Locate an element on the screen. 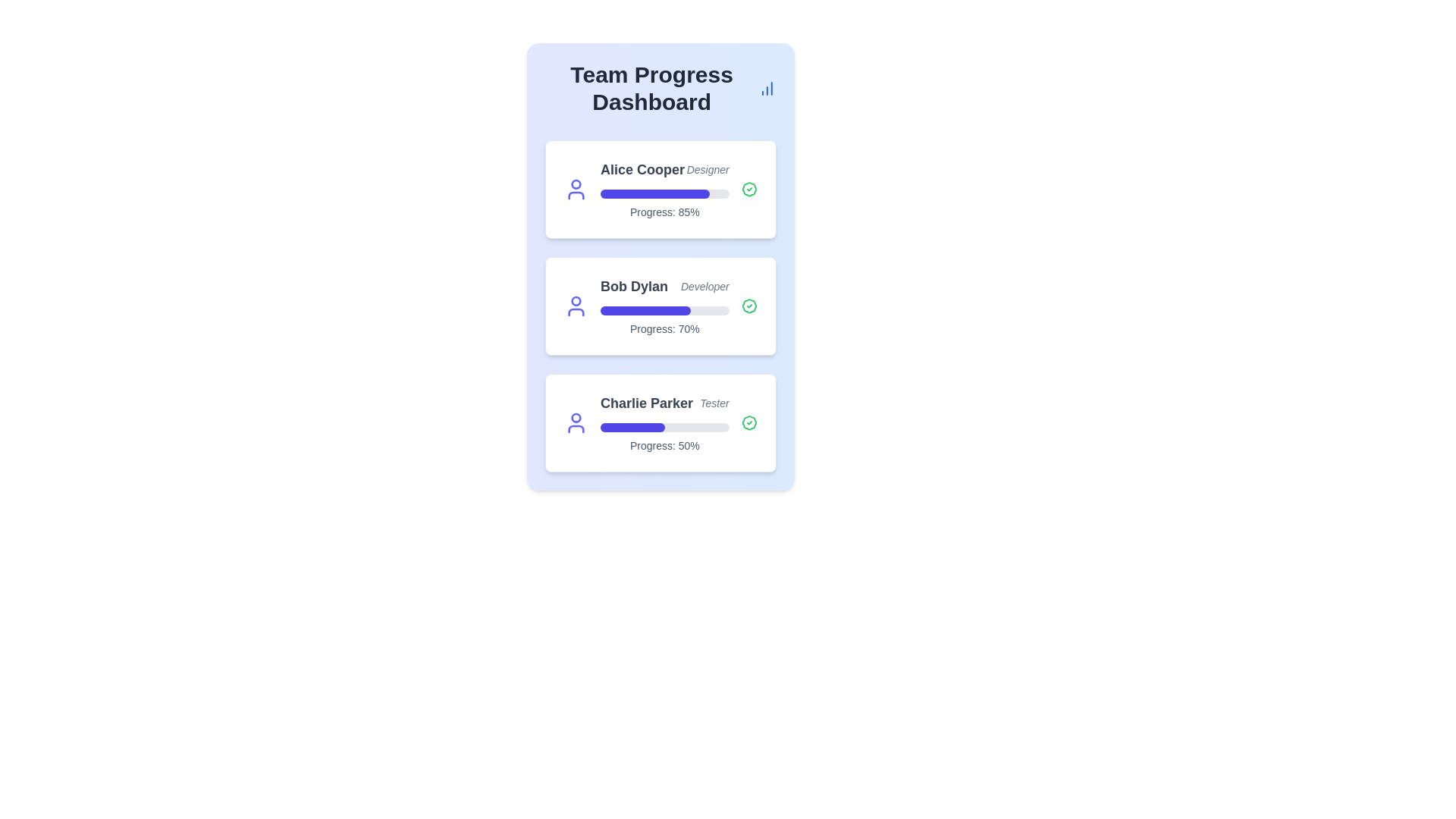 The width and height of the screenshot is (1456, 819). the heading located at the top of the dashboard, which serves as the header for the interface and is positioned above the user progress sections is located at coordinates (661, 88).